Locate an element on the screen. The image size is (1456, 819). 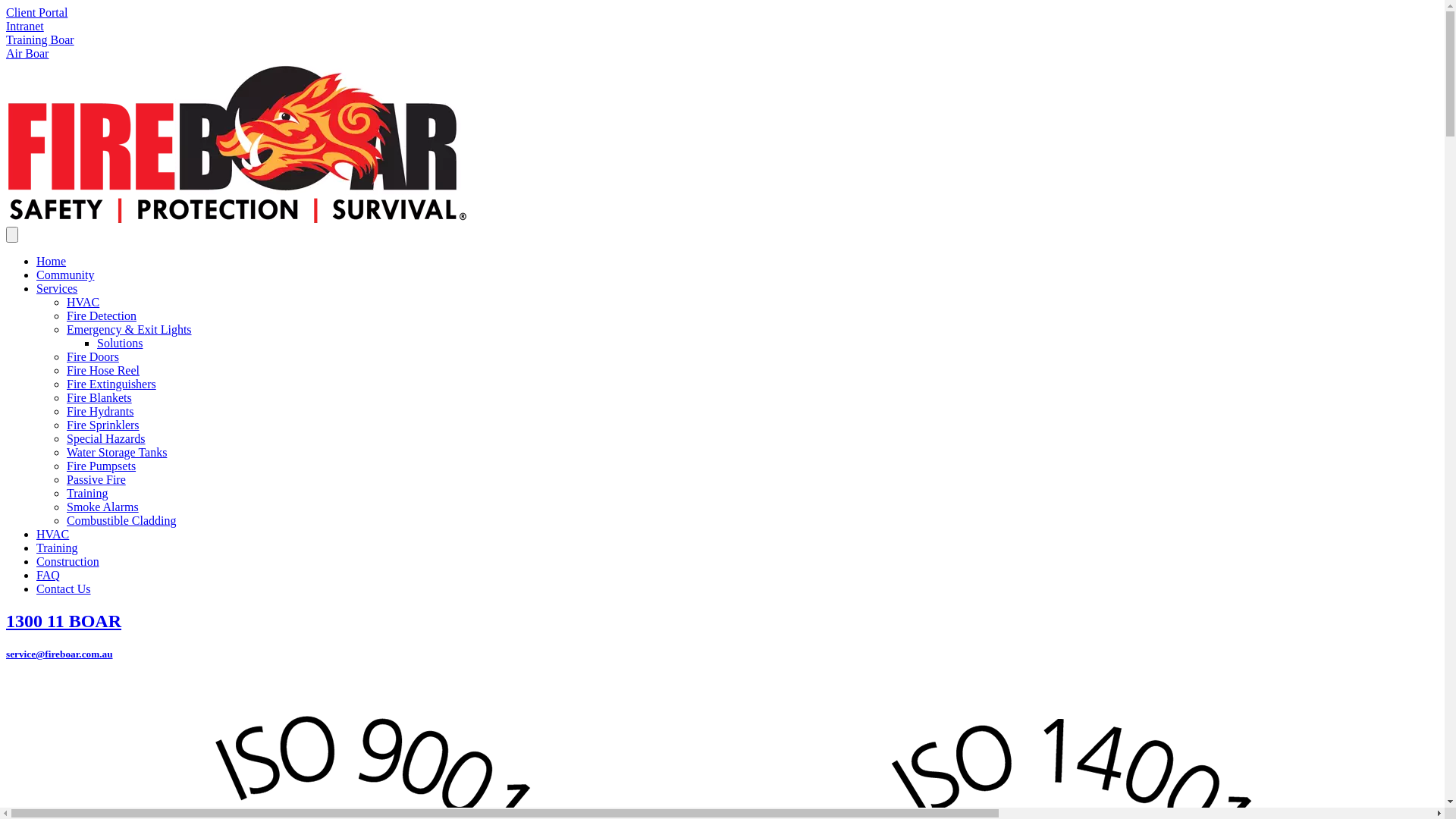
'service@fireboar.com.au' is located at coordinates (59, 653).